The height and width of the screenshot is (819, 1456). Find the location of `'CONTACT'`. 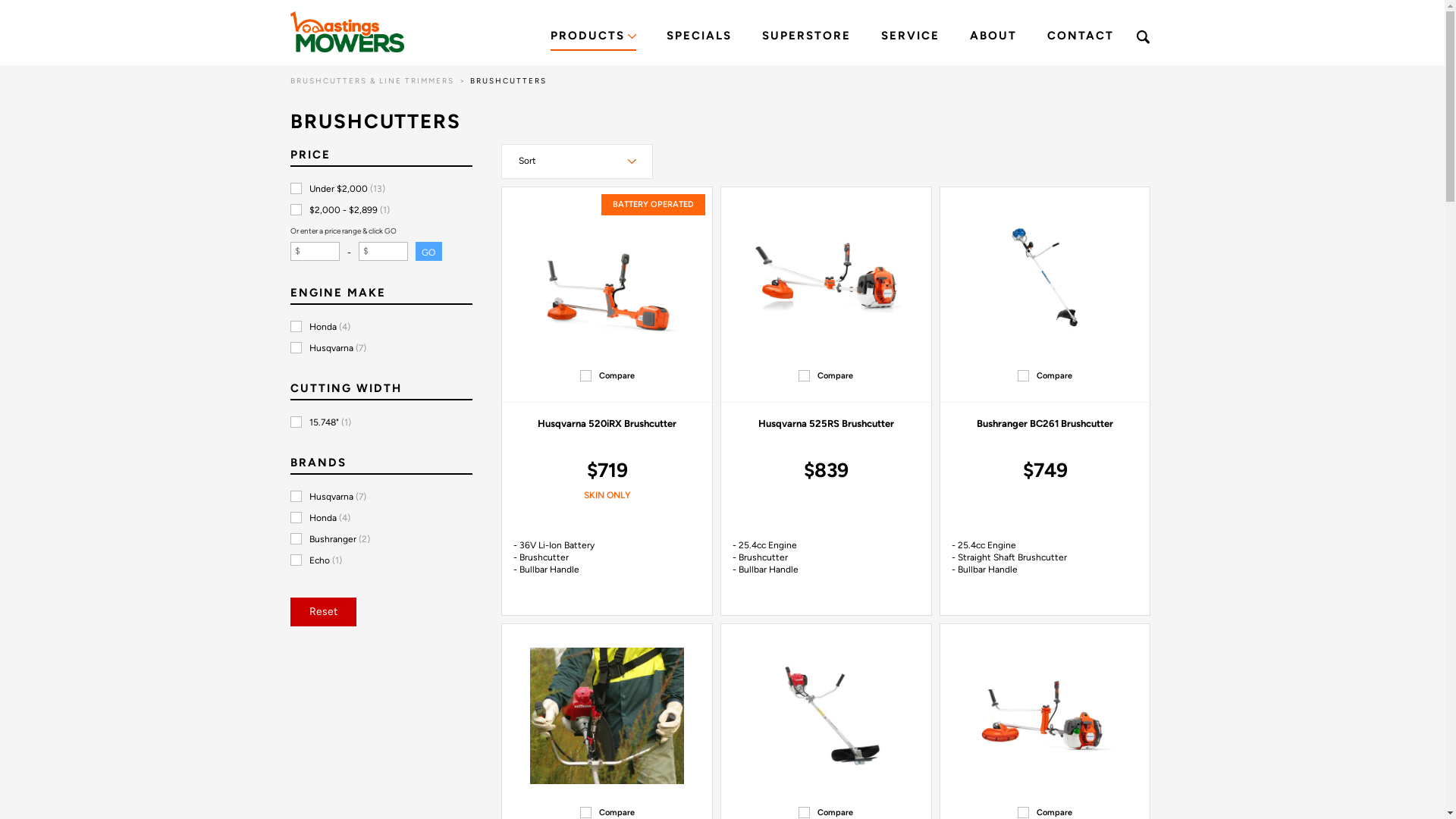

'CONTACT' is located at coordinates (1079, 37).